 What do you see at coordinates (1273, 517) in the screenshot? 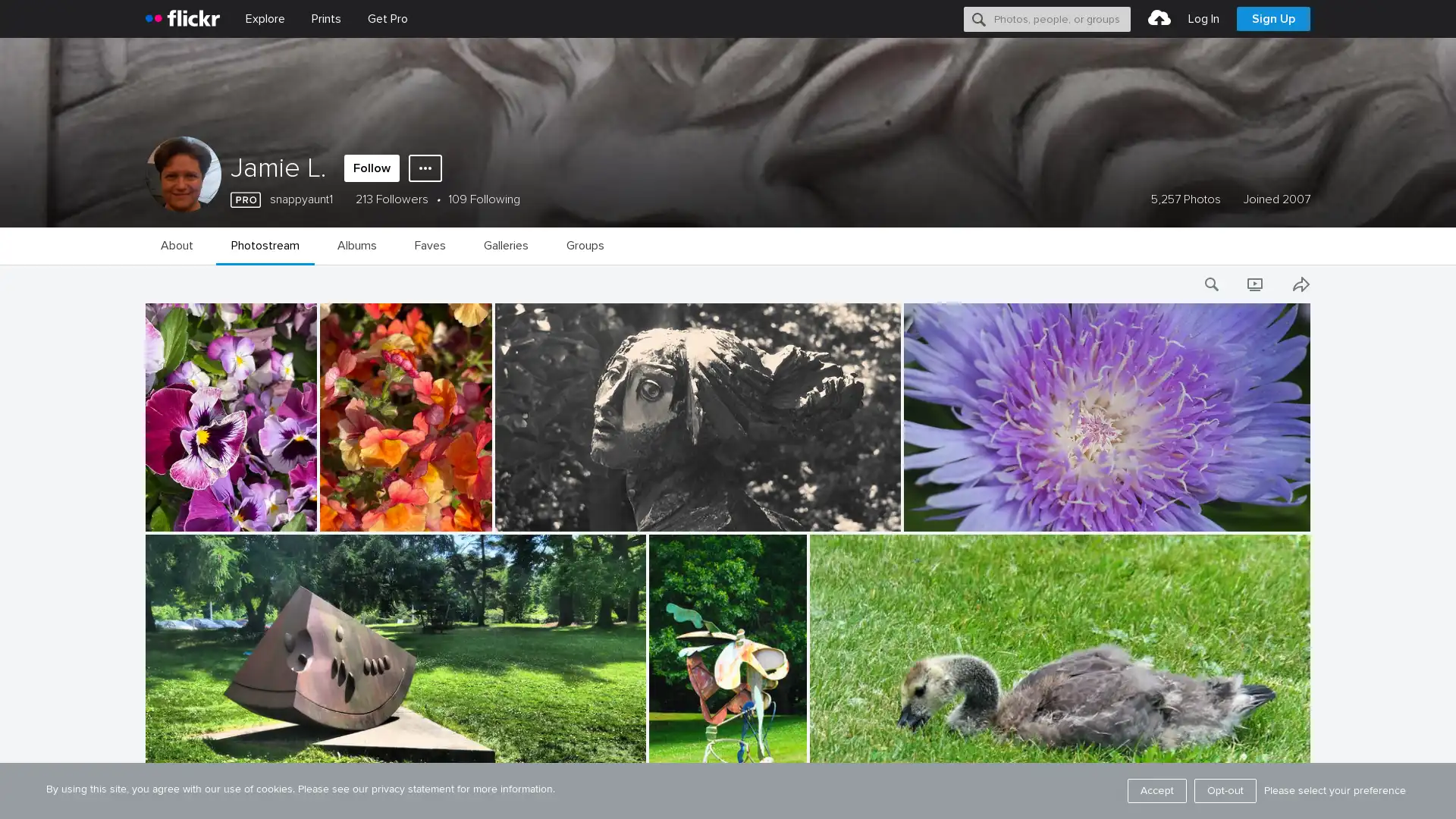
I see `Add to Favorites` at bounding box center [1273, 517].